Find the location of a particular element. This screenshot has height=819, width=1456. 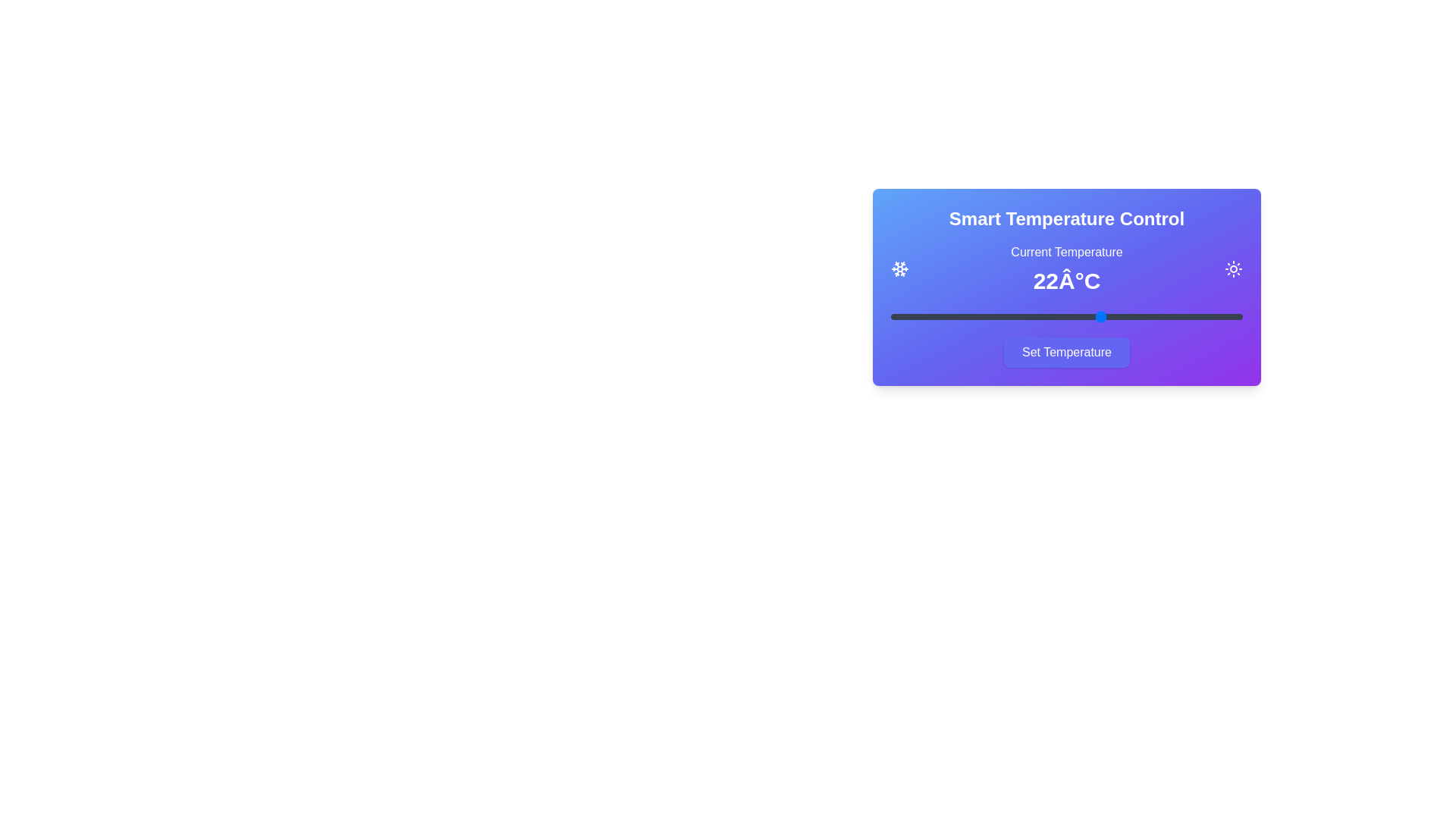

the sun icon with a purple background located at the far right of the 'Current Temperature' display block is located at coordinates (1234, 268).